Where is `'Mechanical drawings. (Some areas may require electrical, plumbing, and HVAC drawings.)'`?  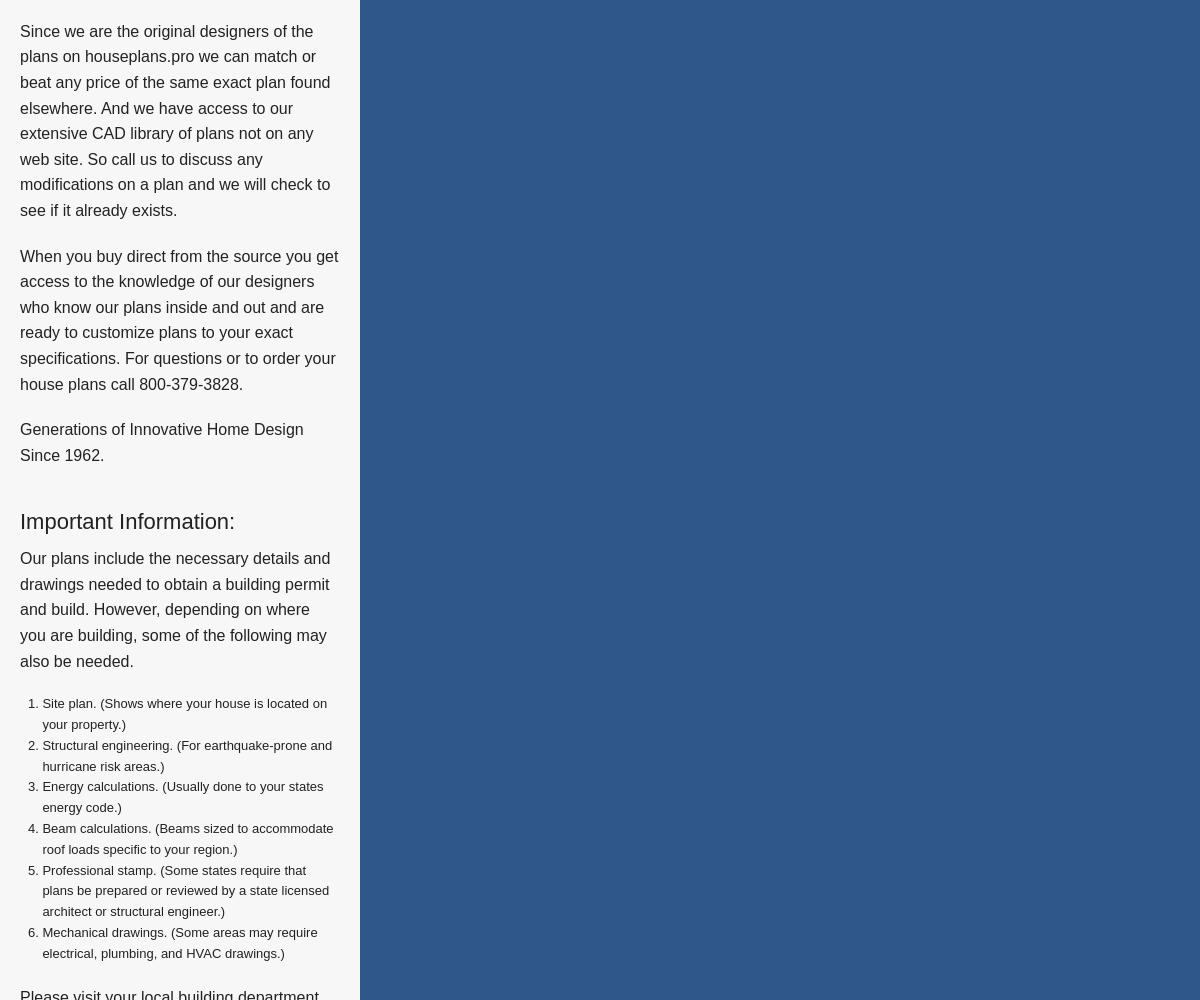 'Mechanical drawings. (Some areas may require electrical, plumbing, and HVAC drawings.)' is located at coordinates (178, 941).